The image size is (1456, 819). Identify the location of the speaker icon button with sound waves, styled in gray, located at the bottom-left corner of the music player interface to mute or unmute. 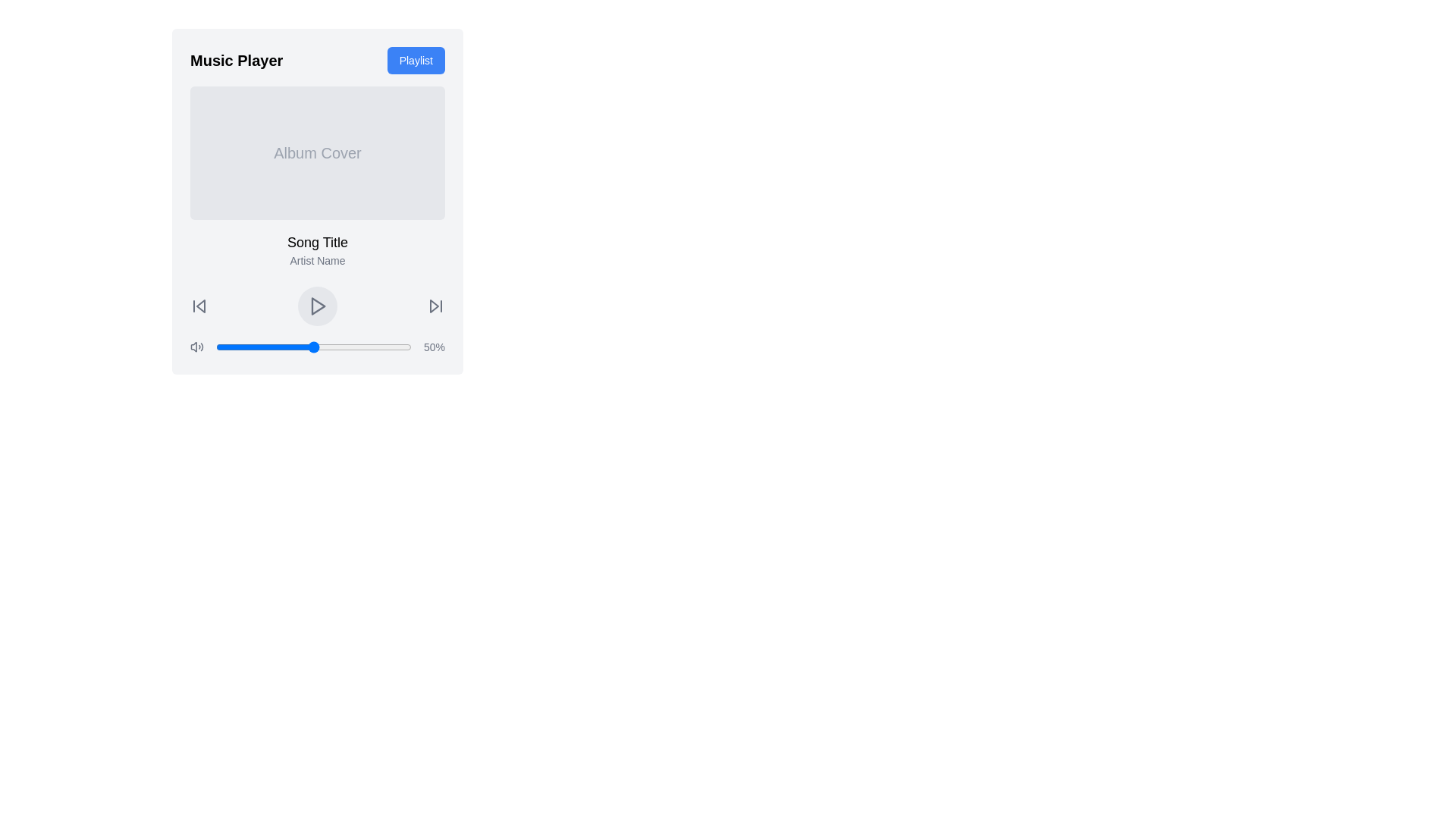
(196, 347).